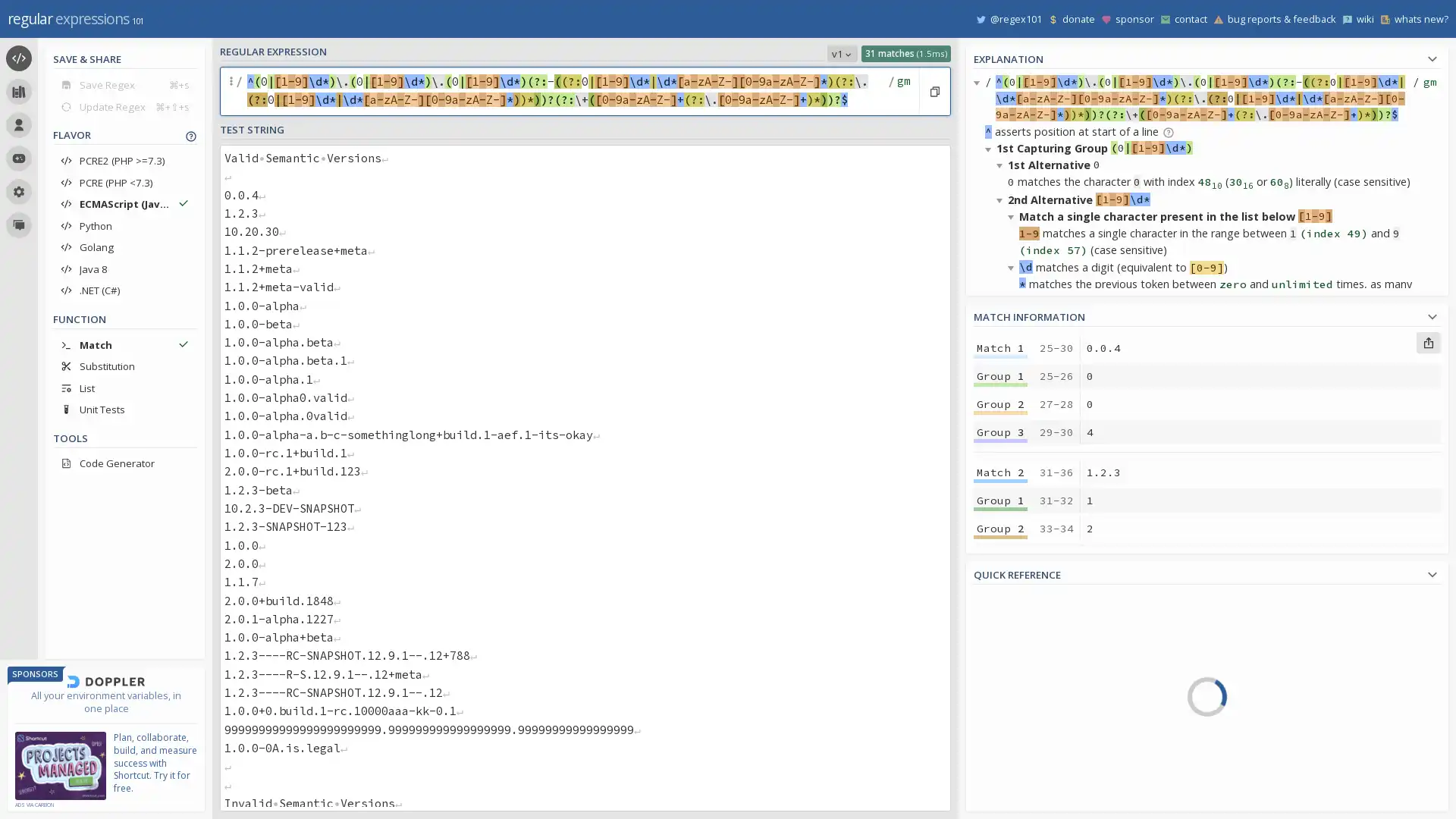 This screenshot has height=819, width=1456. I want to click on EXPLANATION, so click(1207, 56).